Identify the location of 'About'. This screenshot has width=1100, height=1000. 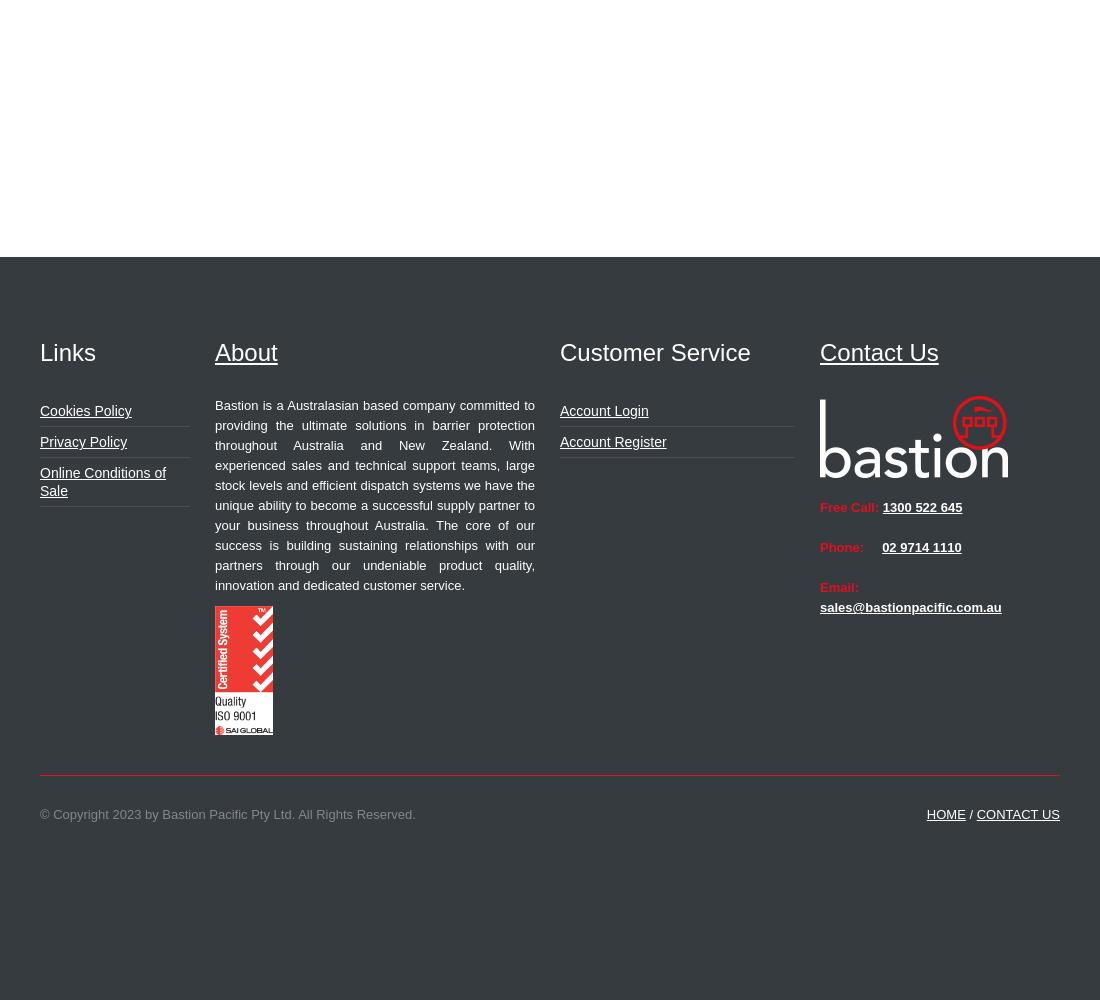
(245, 351).